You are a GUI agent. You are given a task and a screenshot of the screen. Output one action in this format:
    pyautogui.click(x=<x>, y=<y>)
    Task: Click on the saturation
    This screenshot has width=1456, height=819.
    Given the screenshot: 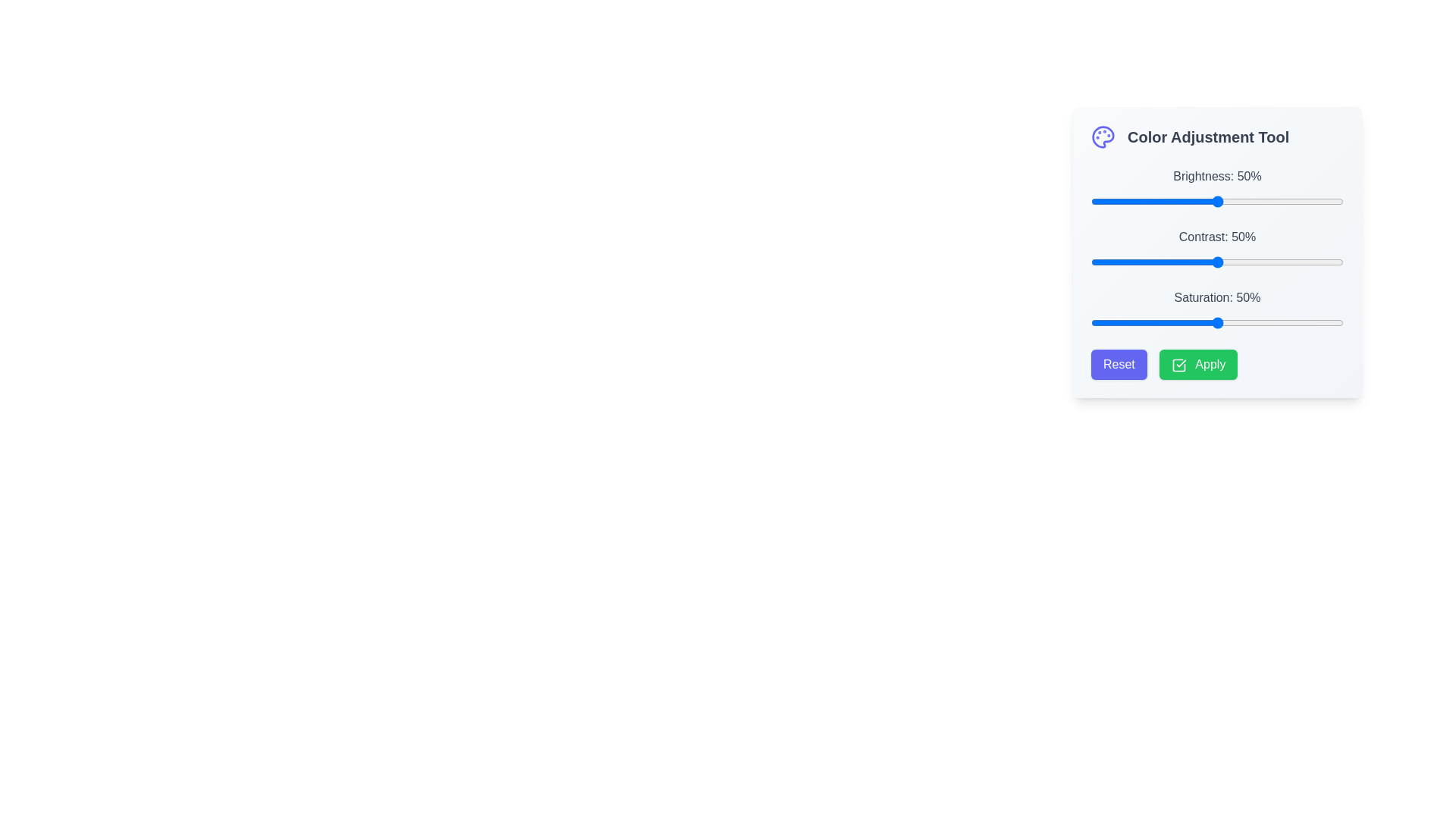 What is the action you would take?
    pyautogui.click(x=1317, y=322)
    